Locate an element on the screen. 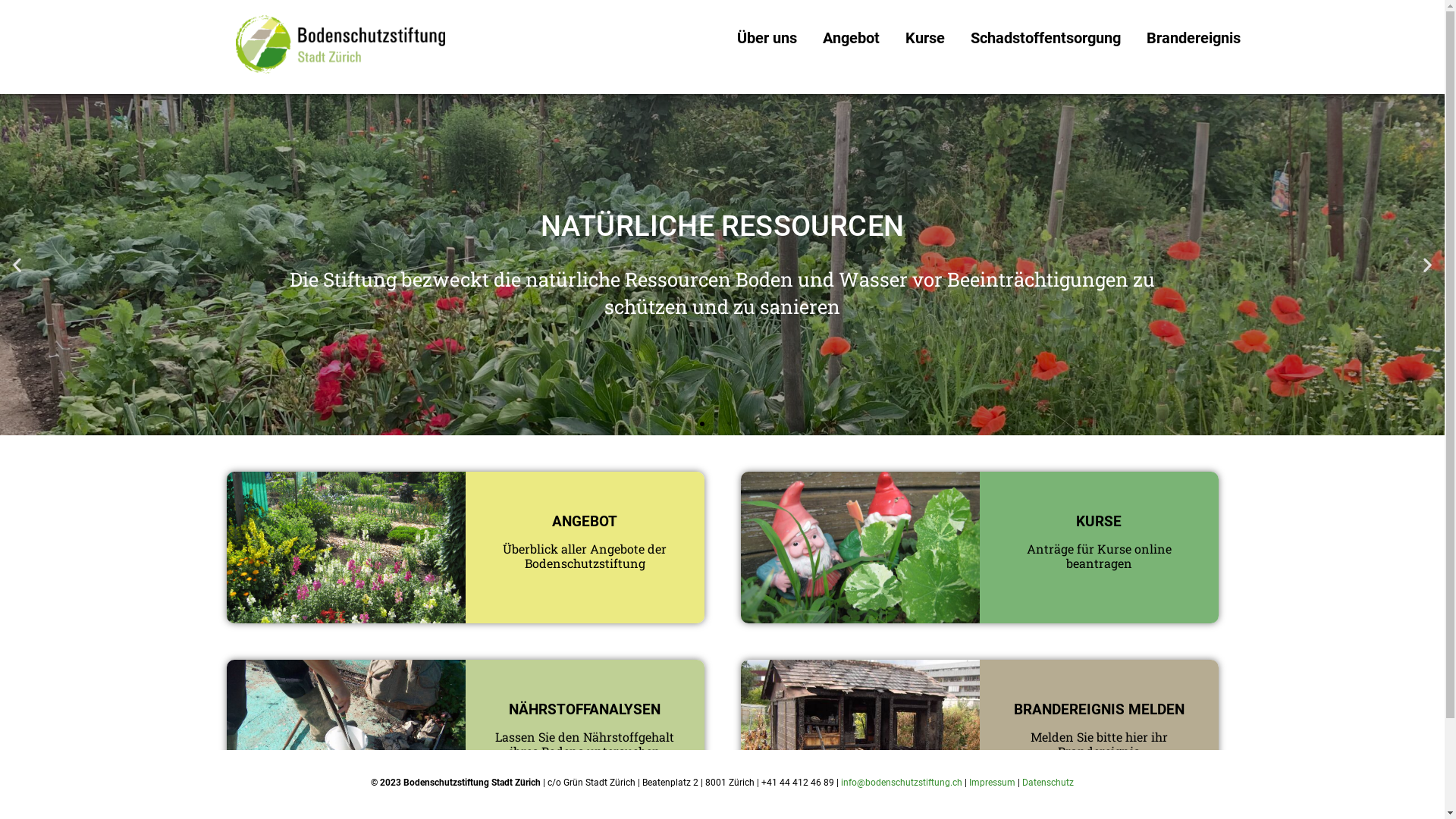 This screenshot has width=1456, height=819. 'Kurse' is located at coordinates (924, 37).